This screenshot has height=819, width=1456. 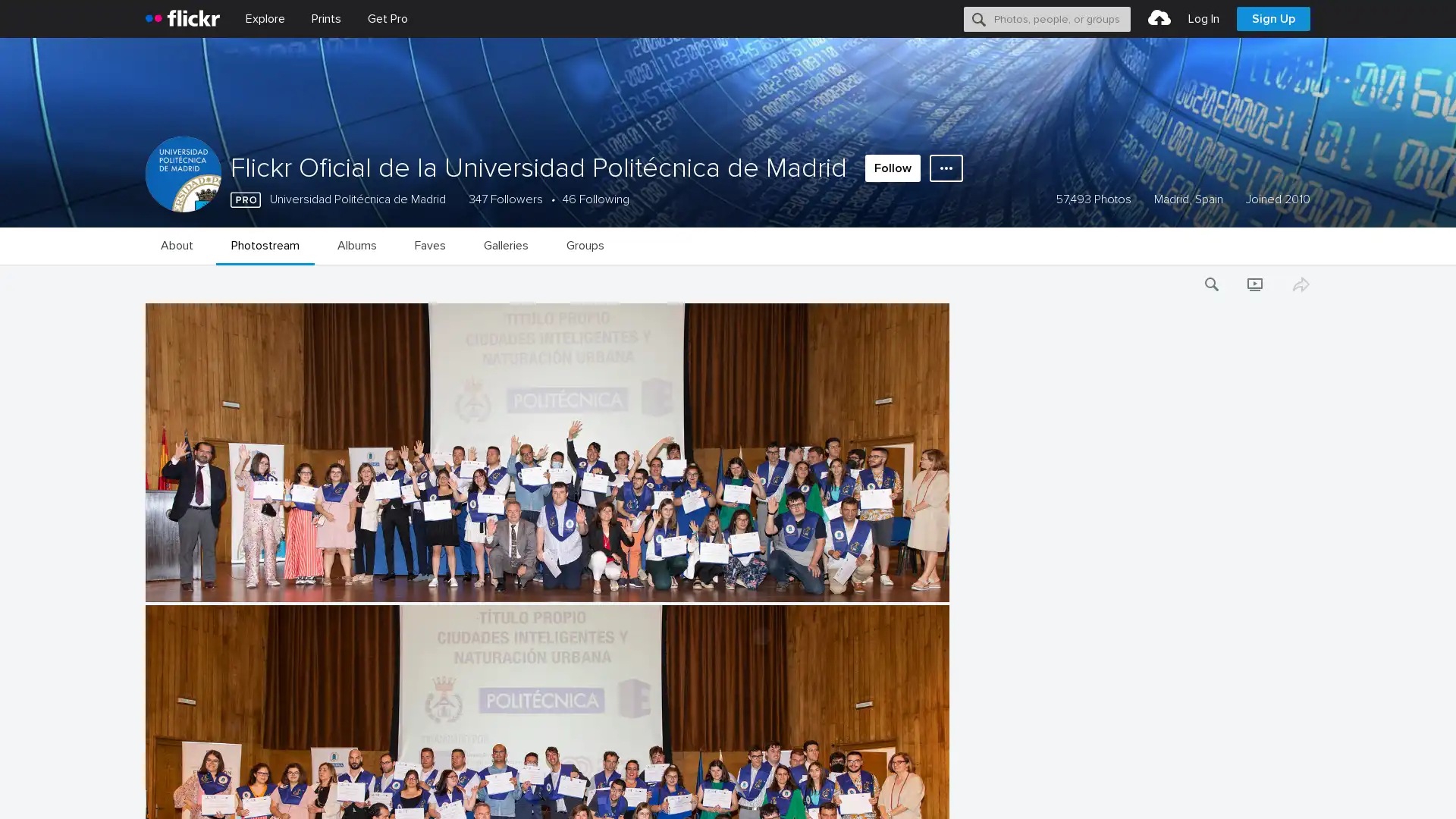 What do you see at coordinates (146, 784) in the screenshot?
I see `Add to Favorites` at bounding box center [146, 784].